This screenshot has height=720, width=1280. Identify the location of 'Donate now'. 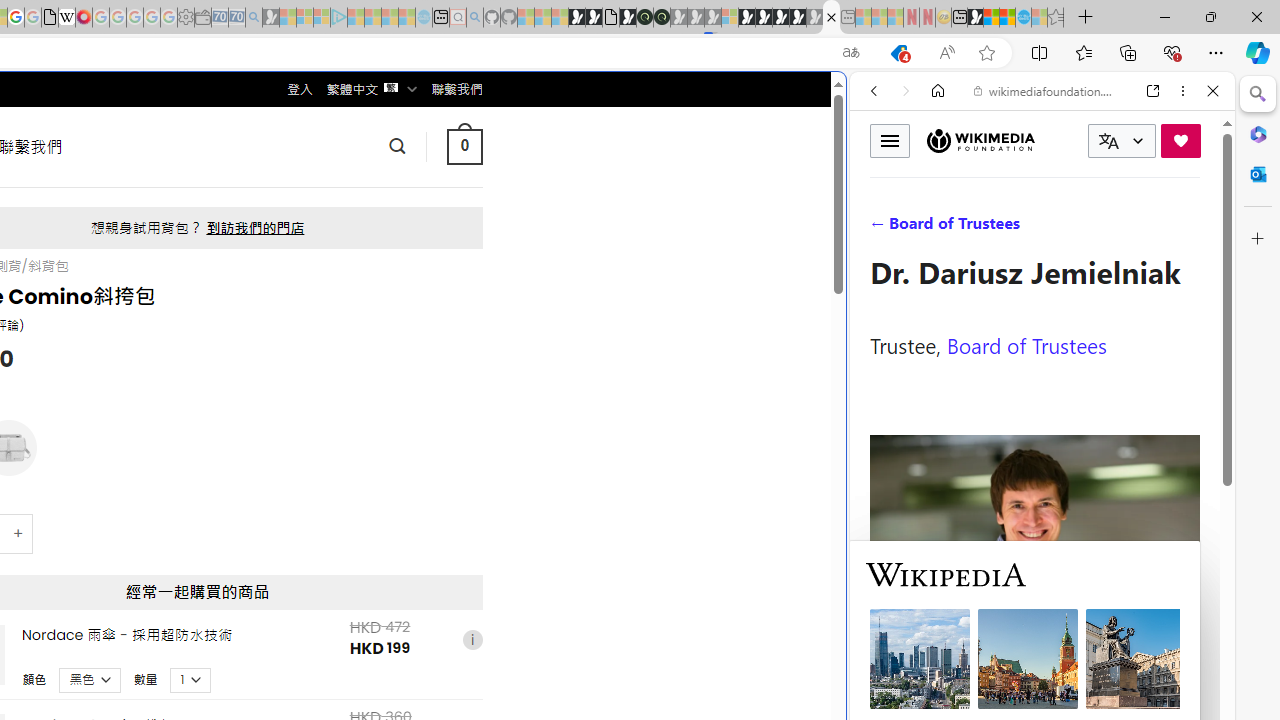
(1180, 139).